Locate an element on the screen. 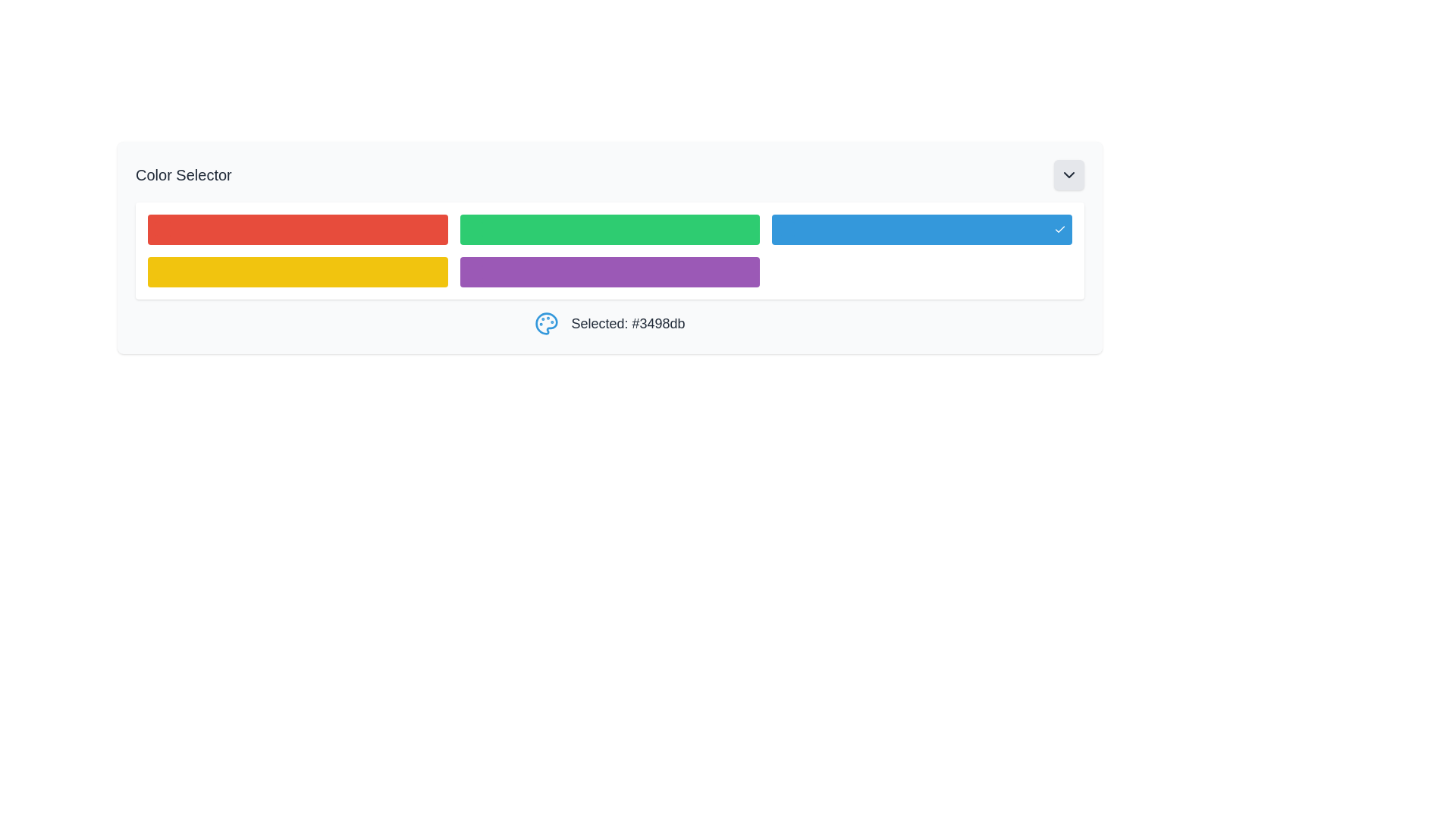  the small square decorative component with rounded corners, which is centrally aligned within the purple rectangular button in the second row of the color selector area is located at coordinates (474, 271).